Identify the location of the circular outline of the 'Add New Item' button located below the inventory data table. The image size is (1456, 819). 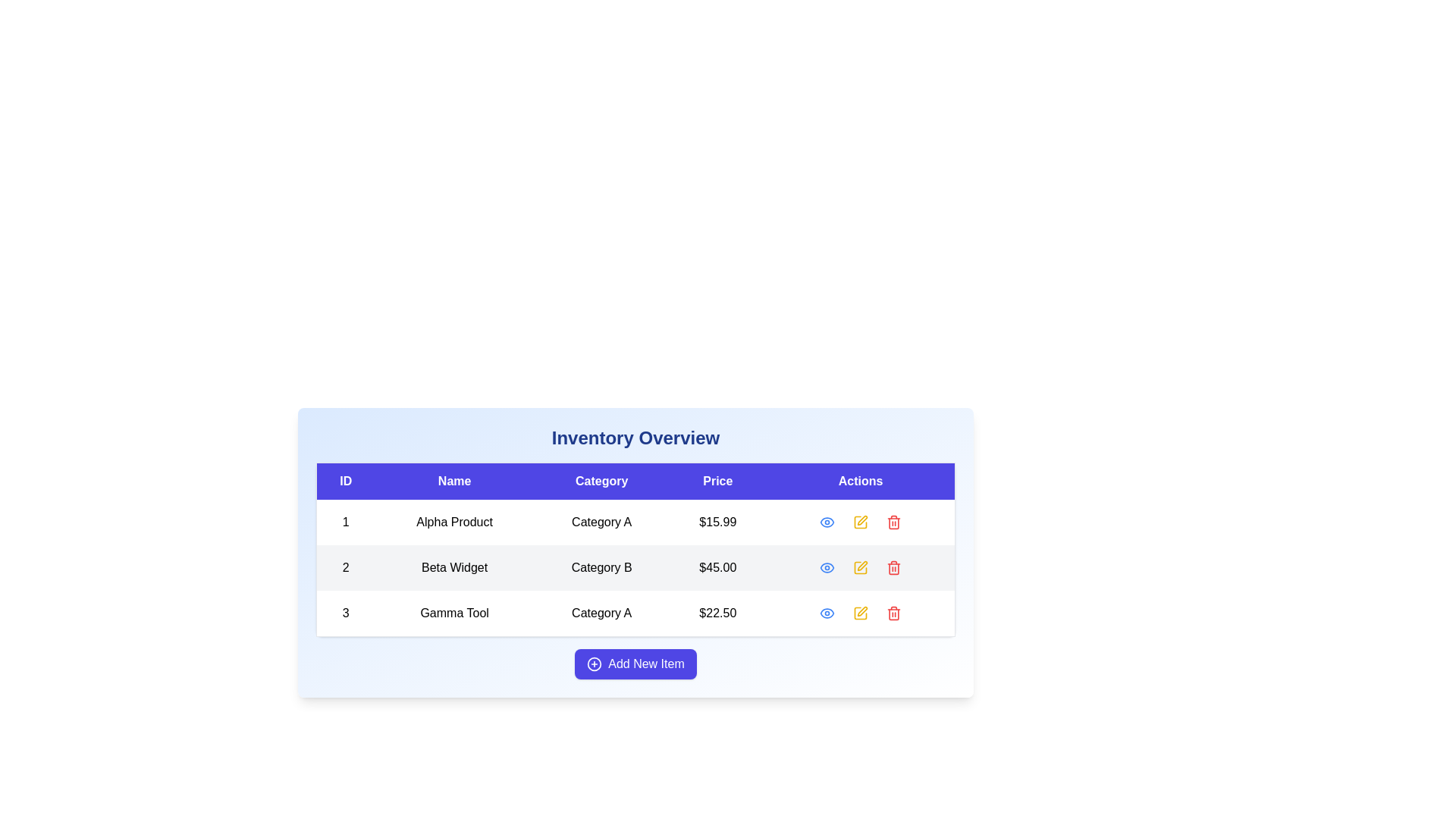
(594, 663).